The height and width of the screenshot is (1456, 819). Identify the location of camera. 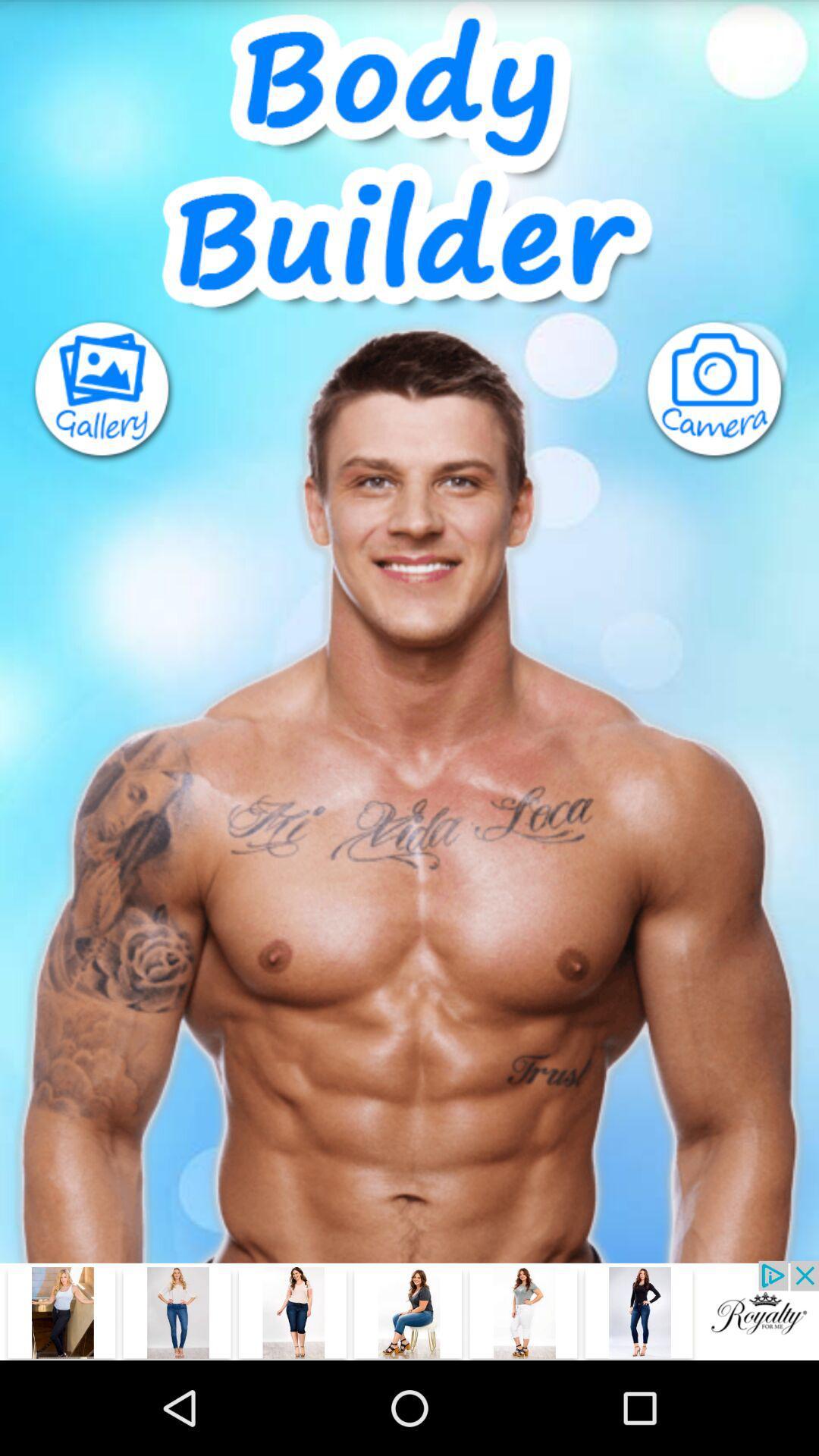
(730, 391).